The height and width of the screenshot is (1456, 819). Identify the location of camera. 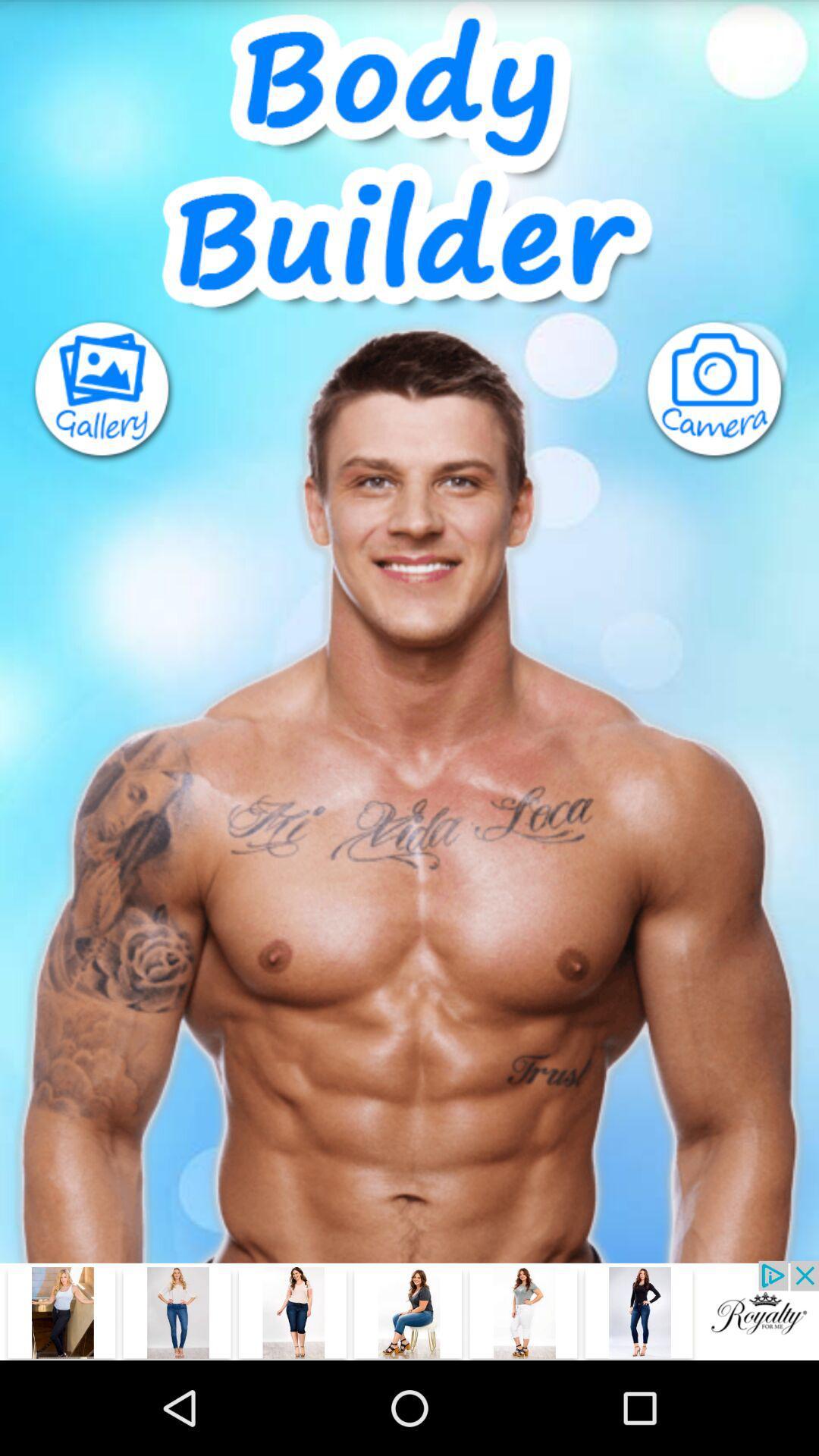
(730, 391).